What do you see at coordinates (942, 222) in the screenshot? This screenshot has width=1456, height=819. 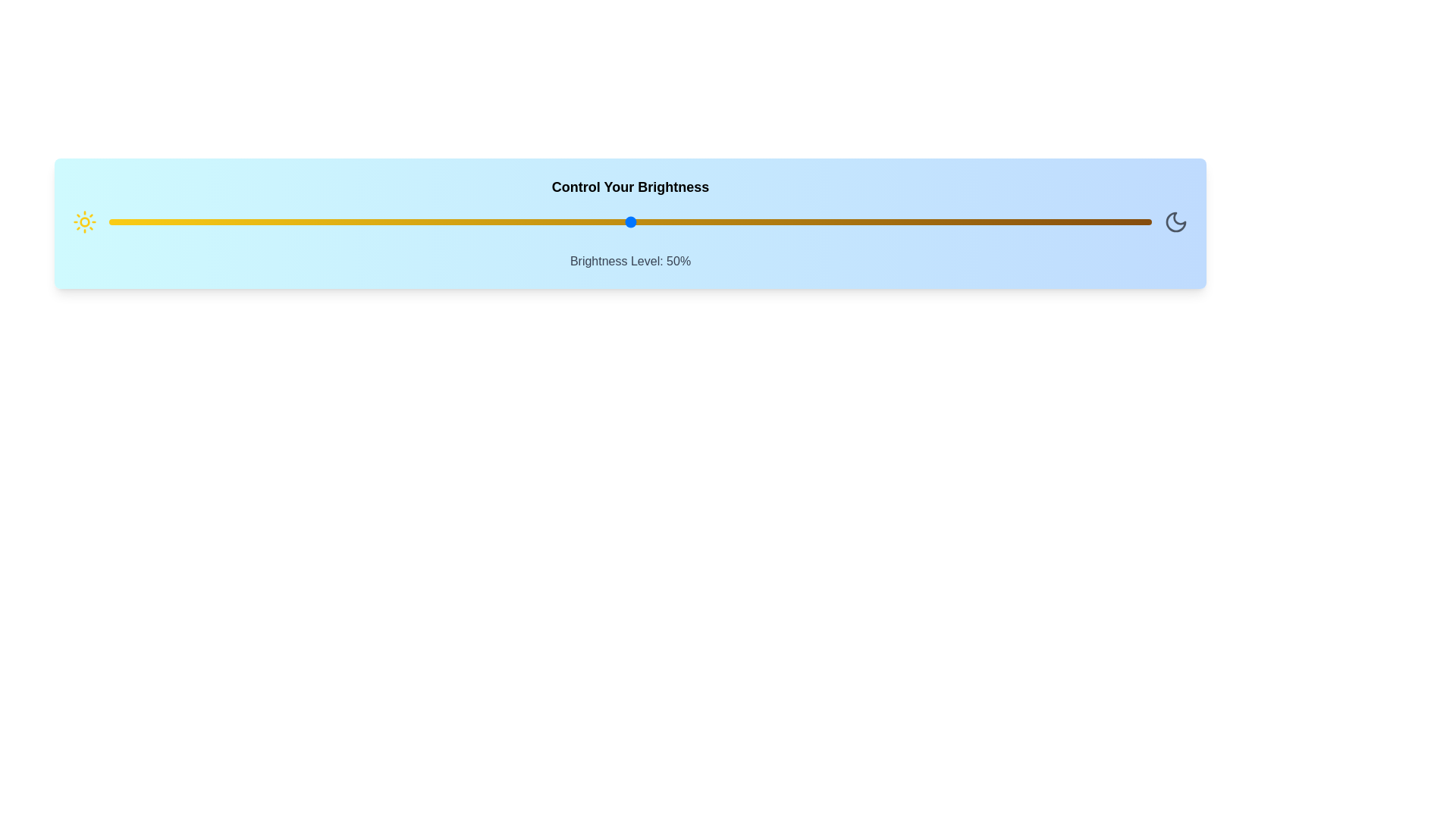 I see `the brightness to 80% using the slider` at bounding box center [942, 222].